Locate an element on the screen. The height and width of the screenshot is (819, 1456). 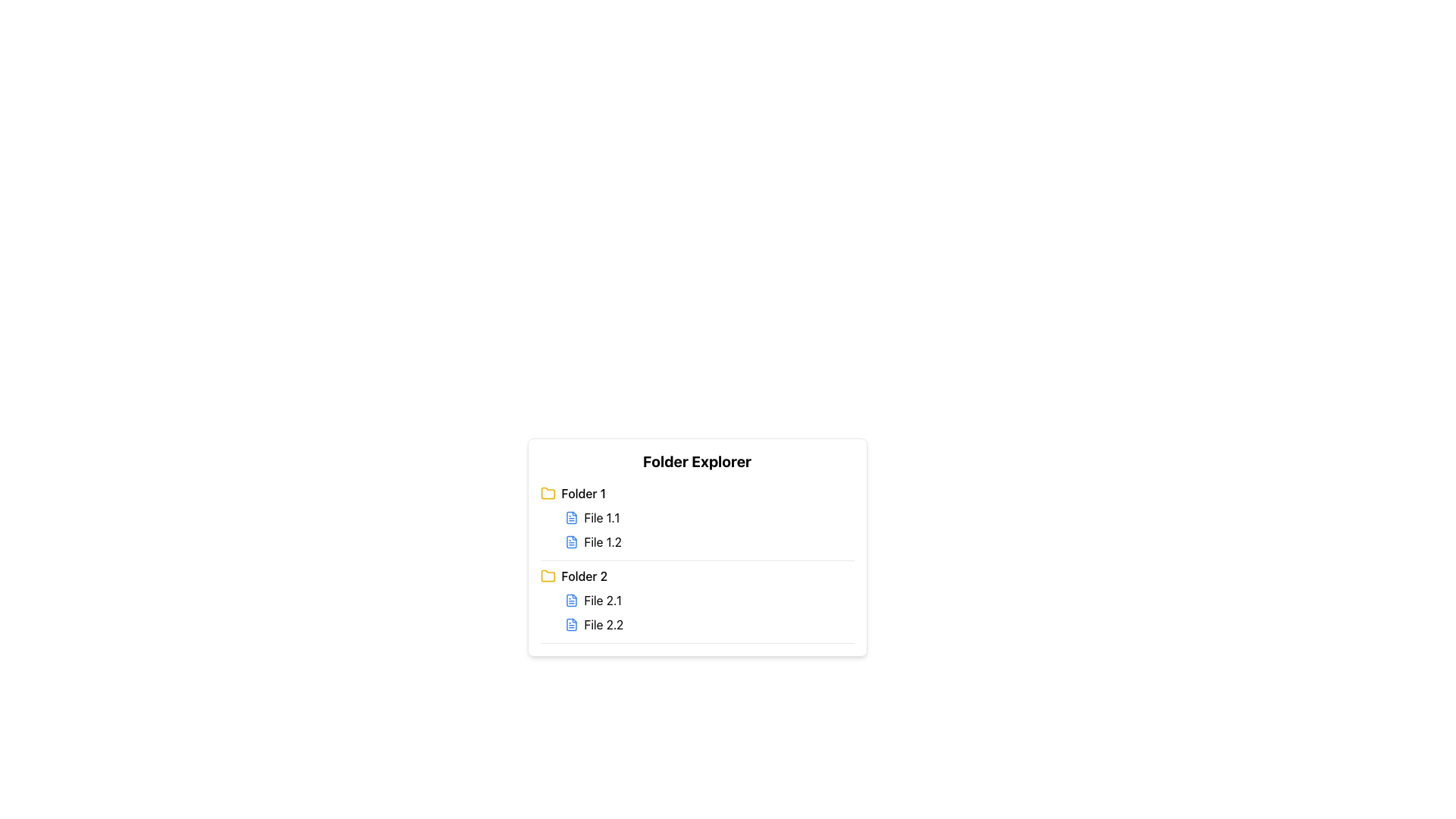
the text label reading 'File 1.1' which is positioned under 'Folder 1' and above 'File 1.2' in the folder explorer interface is located at coordinates (601, 516).